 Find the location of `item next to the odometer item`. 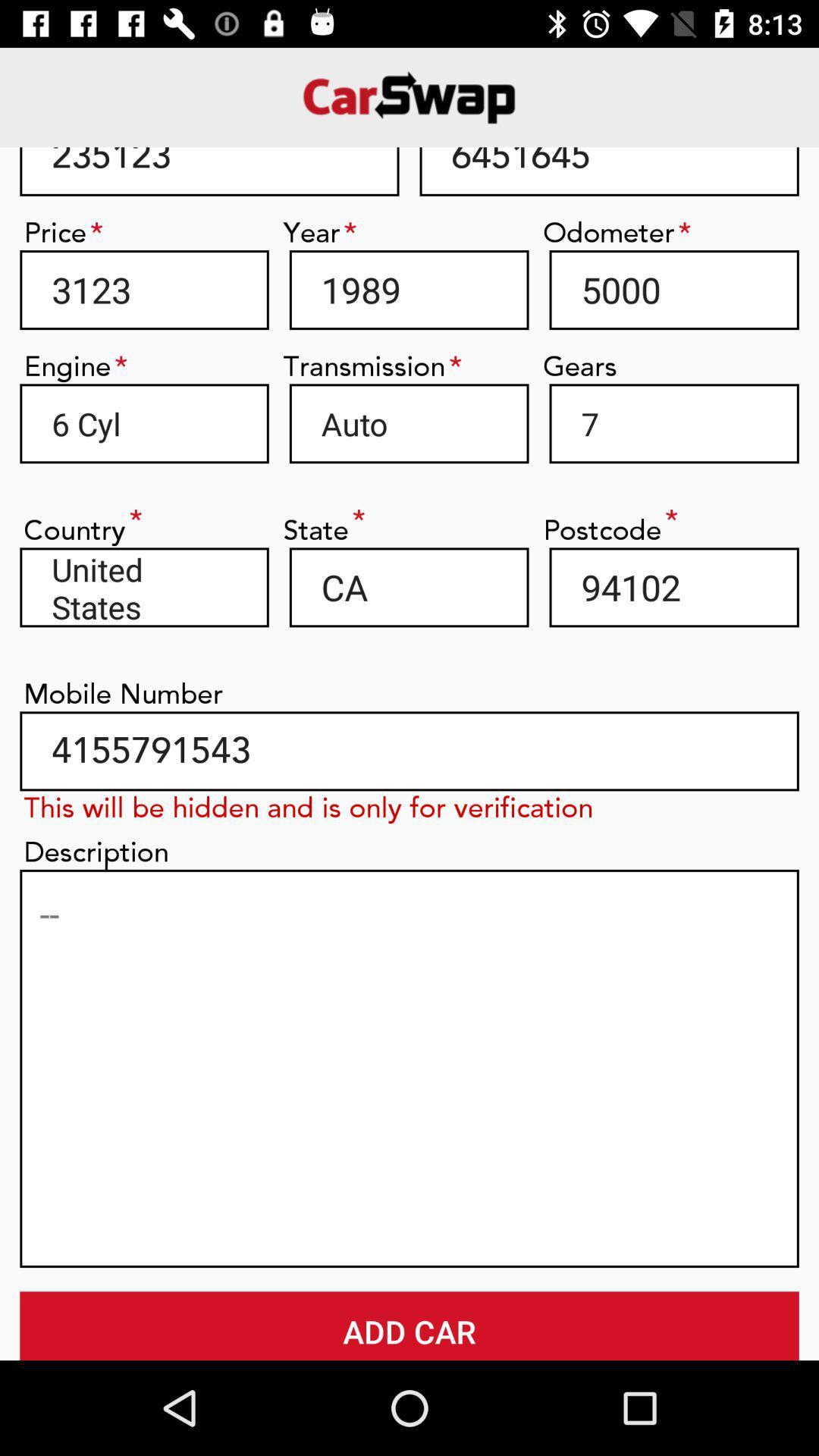

item next to the odometer item is located at coordinates (408, 290).